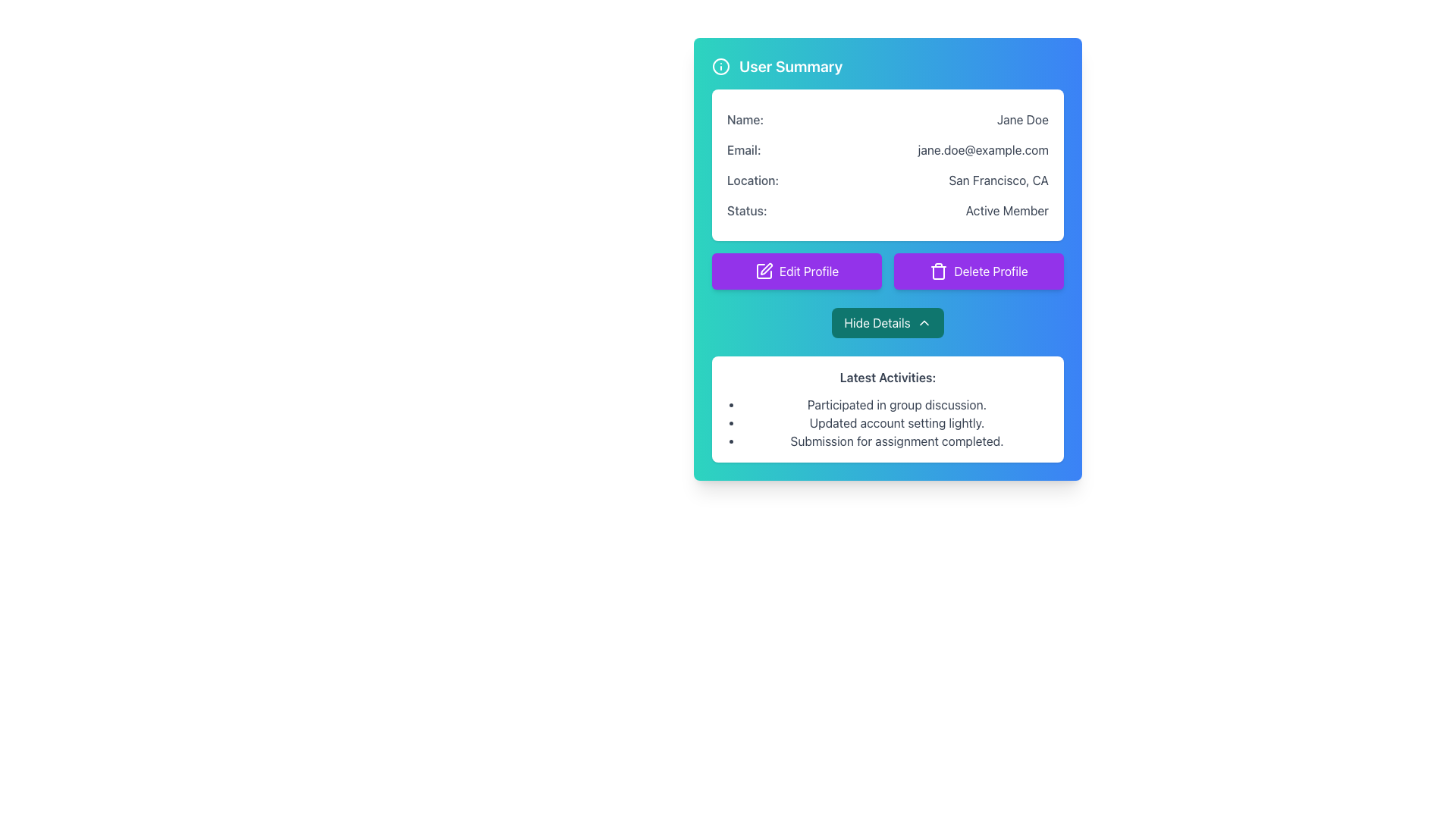 The image size is (1456, 819). I want to click on the static text element that represents the email address of the displayed user, located to the right of the 'Email:' label in the user profile summary panel, so click(983, 149).